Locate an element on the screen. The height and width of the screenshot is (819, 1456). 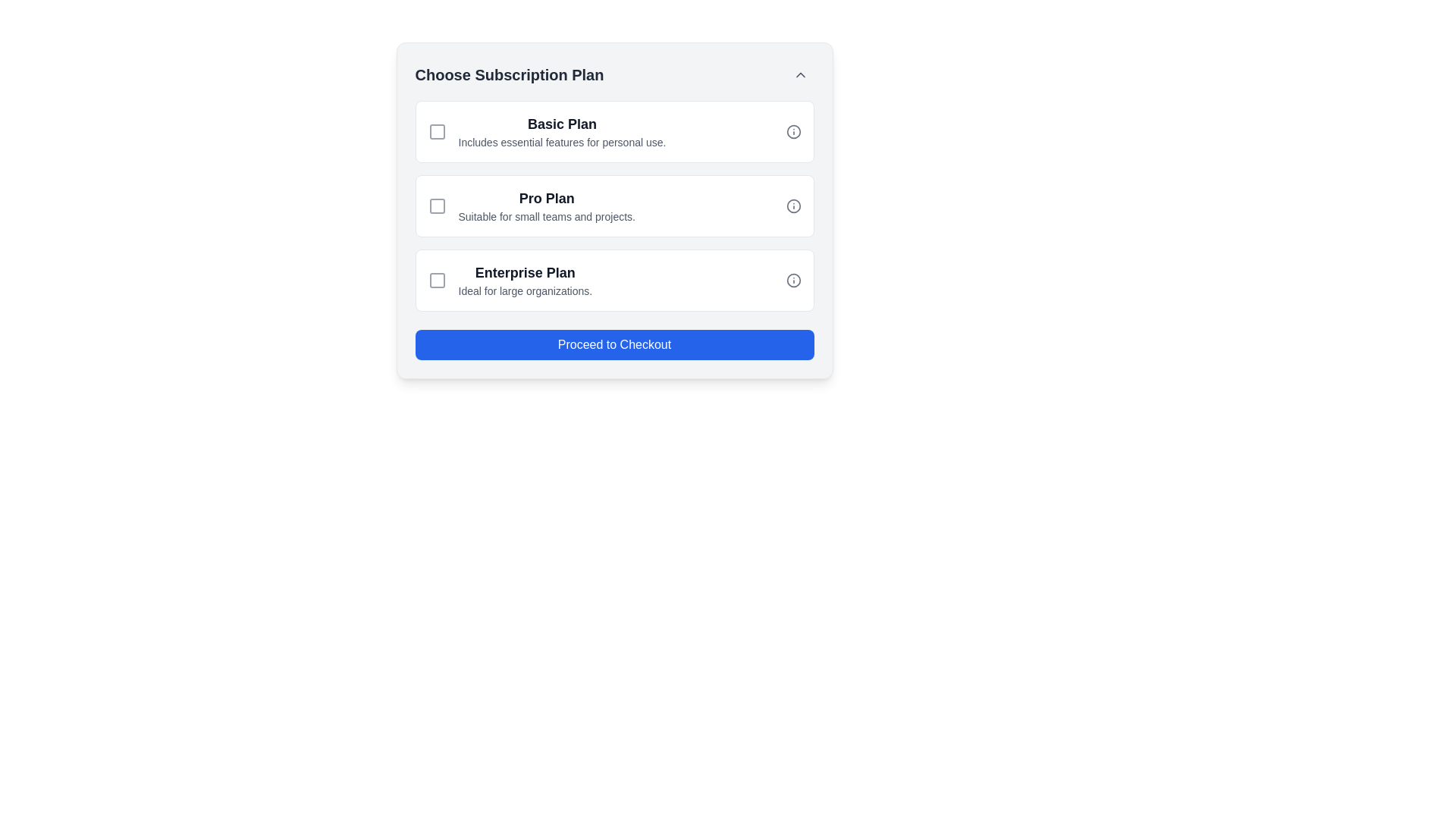
the 'Basic Plan' subscription title heading text located at the top of the subscription card, which provides clarity about the associated plan is located at coordinates (561, 124).